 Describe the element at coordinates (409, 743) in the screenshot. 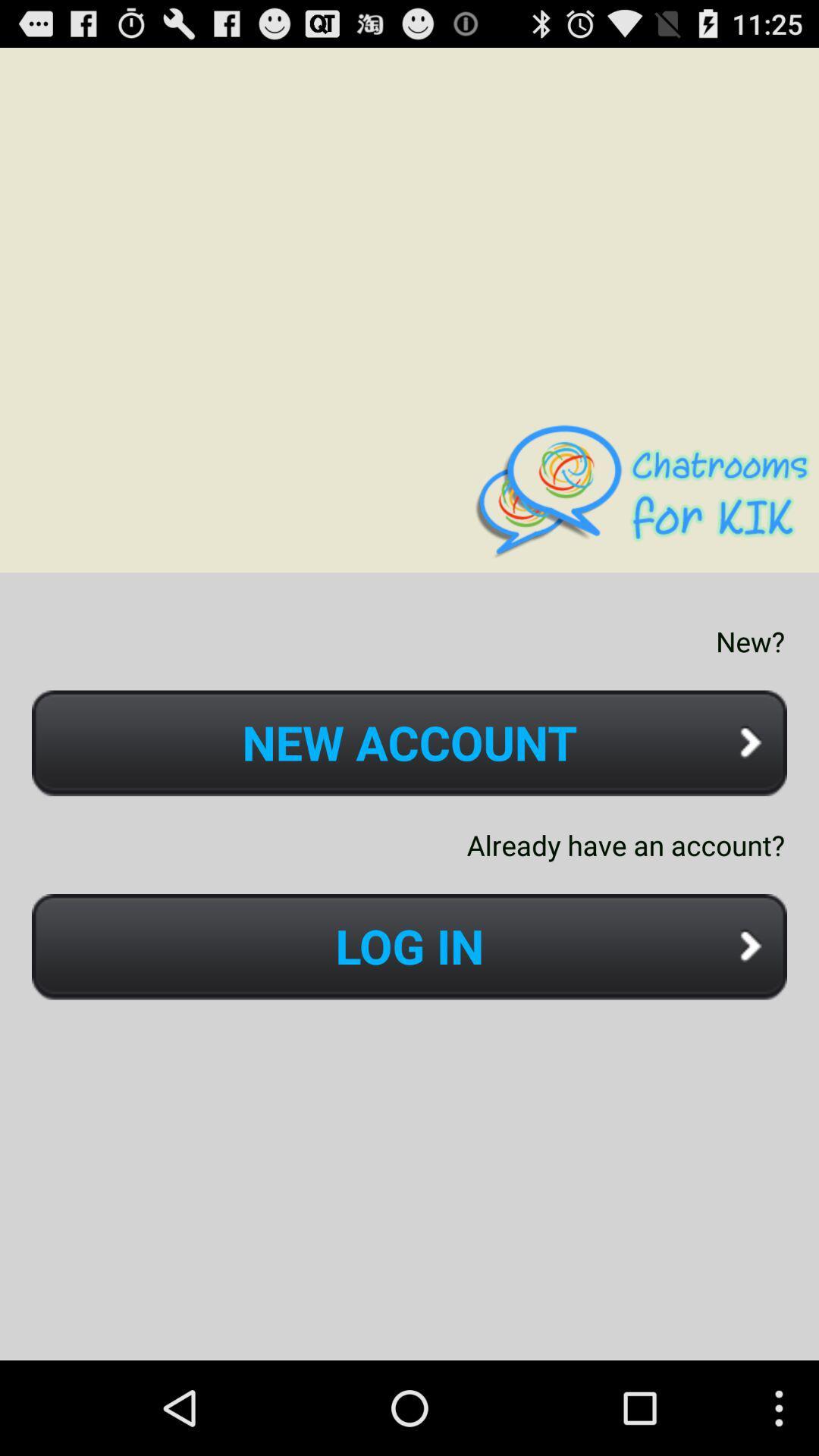

I see `icon below the new? app` at that location.